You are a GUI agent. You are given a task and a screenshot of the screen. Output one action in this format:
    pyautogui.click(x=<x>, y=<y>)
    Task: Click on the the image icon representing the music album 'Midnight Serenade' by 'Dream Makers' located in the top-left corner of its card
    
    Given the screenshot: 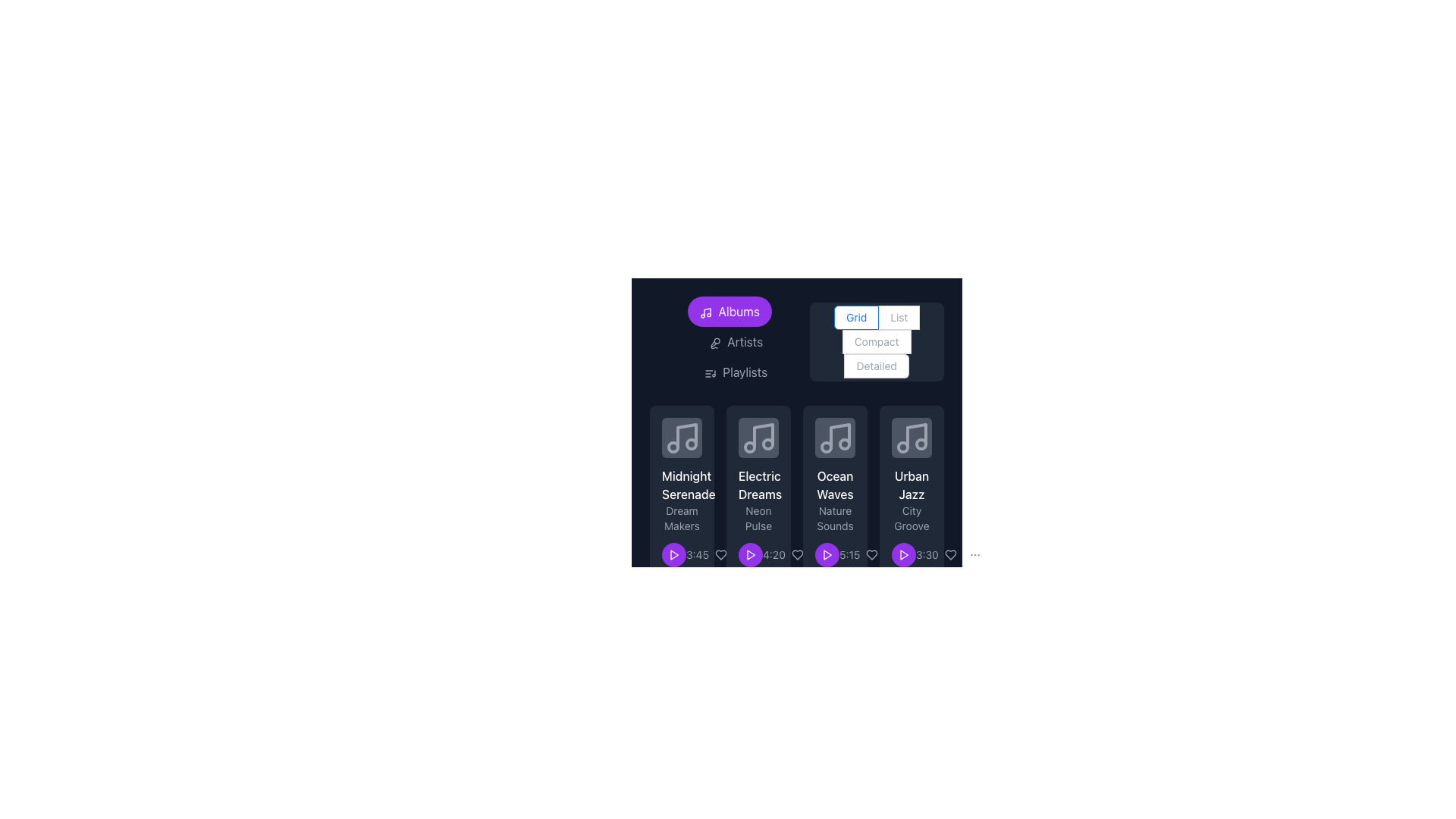 What is the action you would take?
    pyautogui.click(x=681, y=438)
    